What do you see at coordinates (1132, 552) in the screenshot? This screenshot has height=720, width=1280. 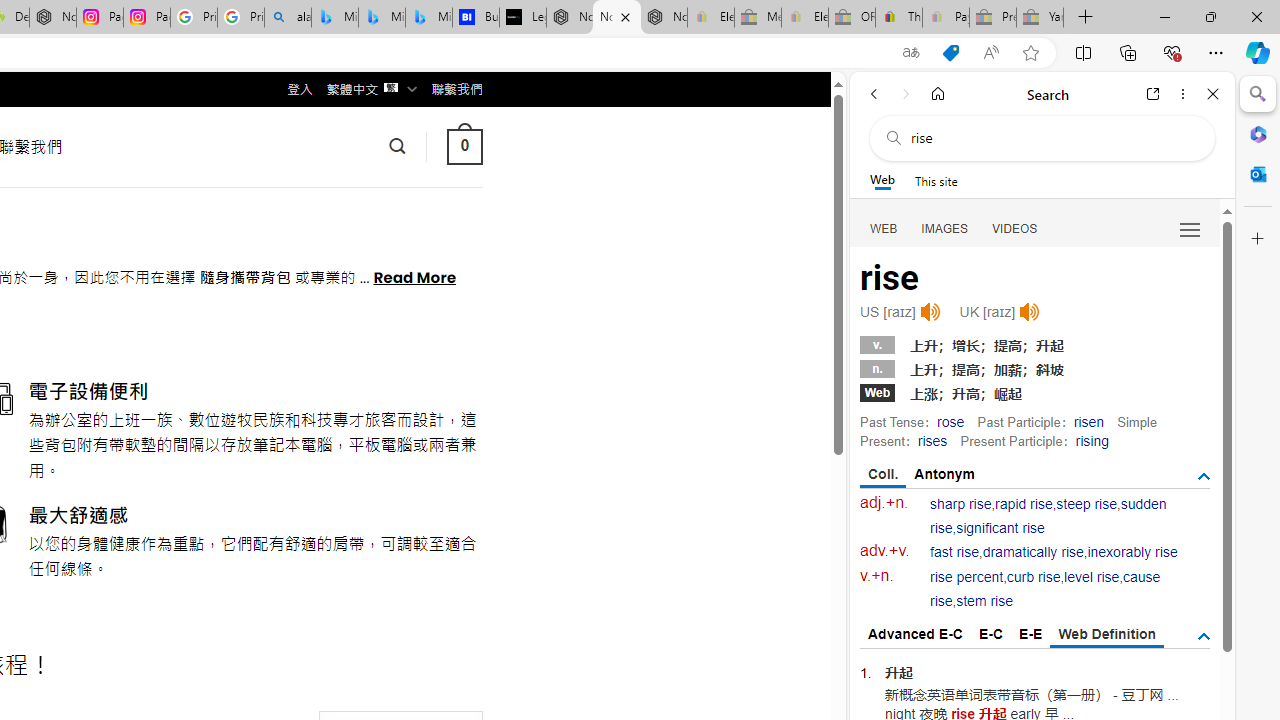 I see `'inexorably rise'` at bounding box center [1132, 552].